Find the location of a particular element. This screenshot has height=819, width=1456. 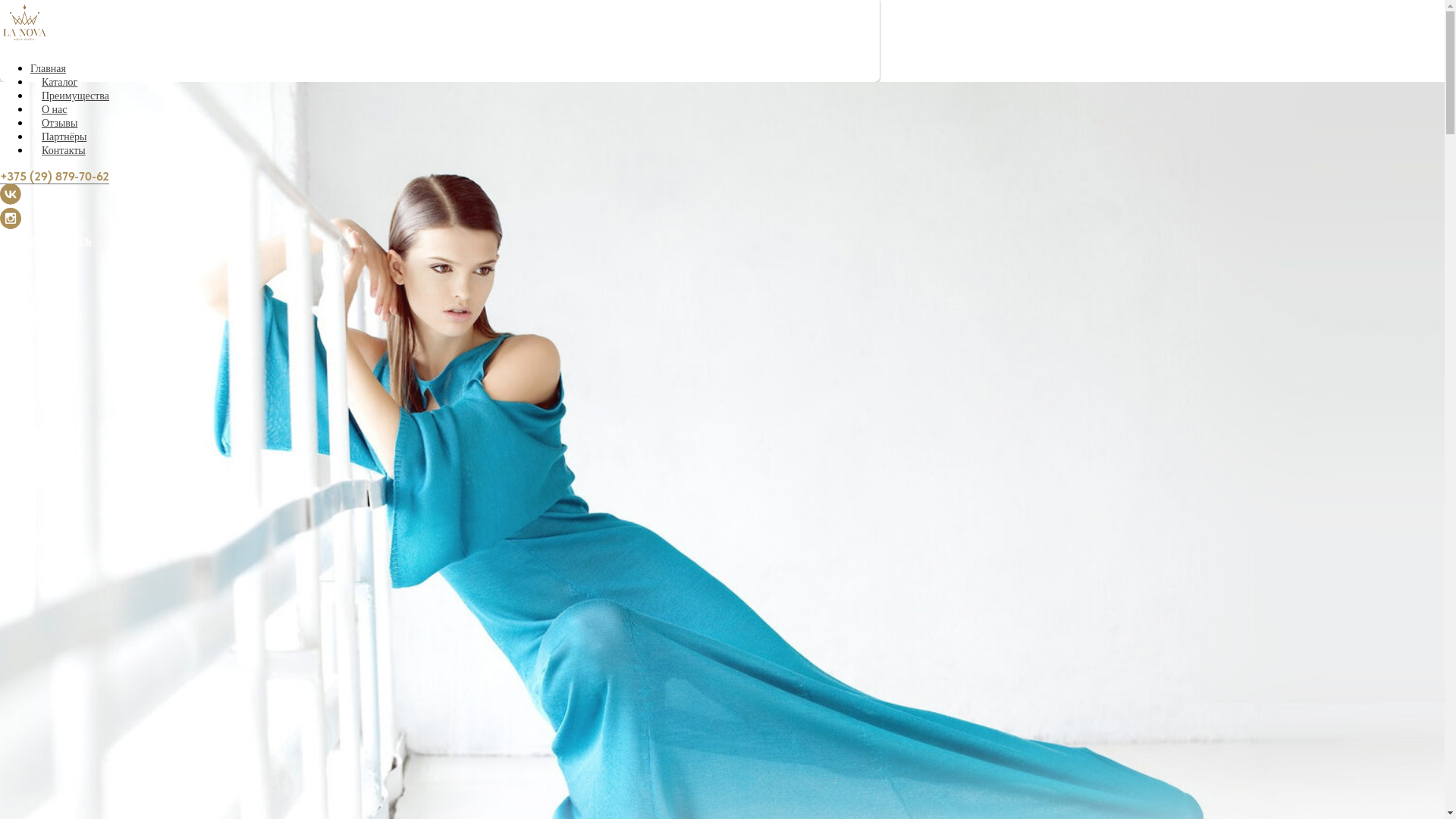

'+375 (29) 879-70-62' is located at coordinates (55, 175).